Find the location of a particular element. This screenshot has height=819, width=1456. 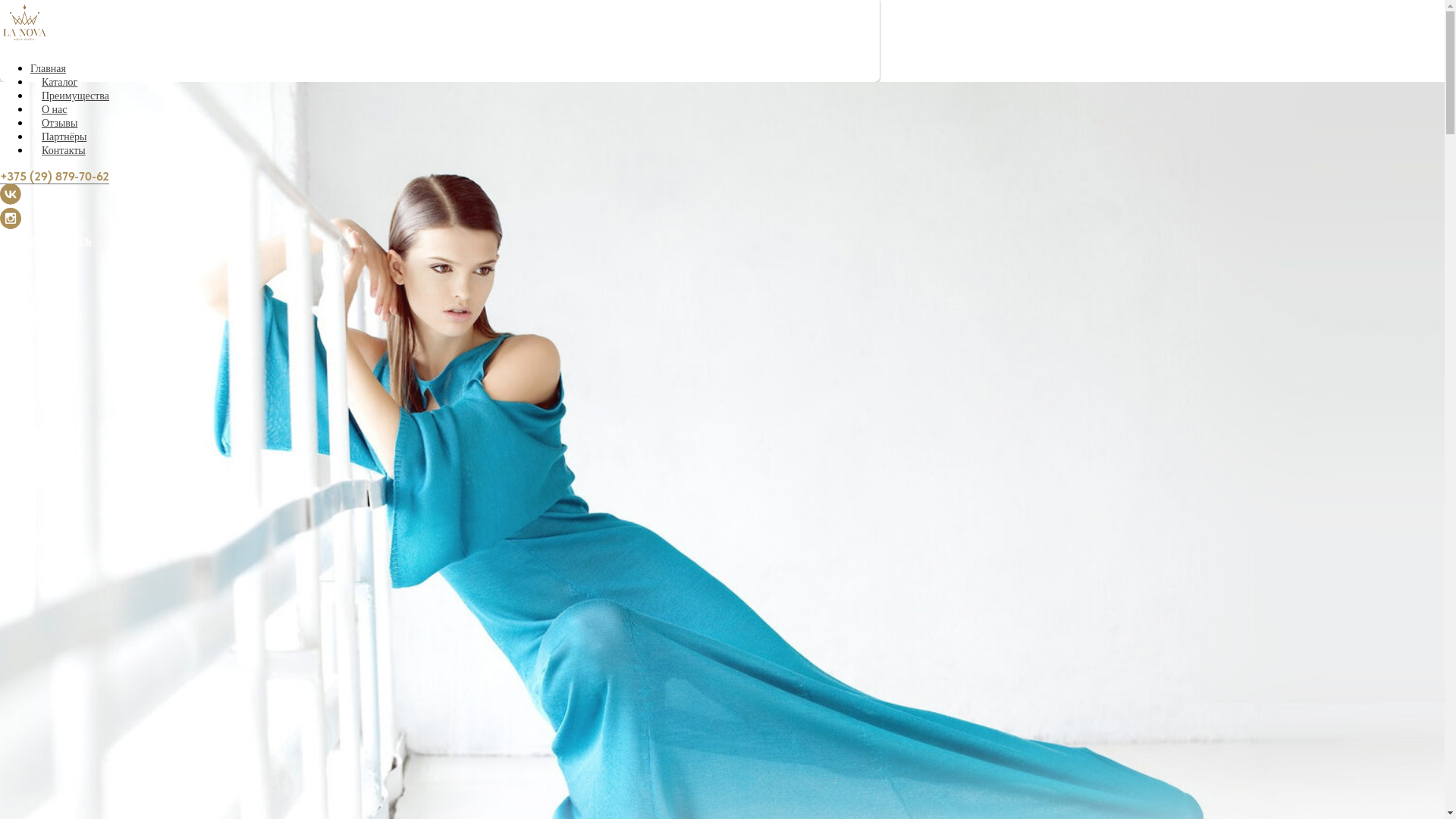

'+375 (29) 879-70-62' is located at coordinates (55, 175).